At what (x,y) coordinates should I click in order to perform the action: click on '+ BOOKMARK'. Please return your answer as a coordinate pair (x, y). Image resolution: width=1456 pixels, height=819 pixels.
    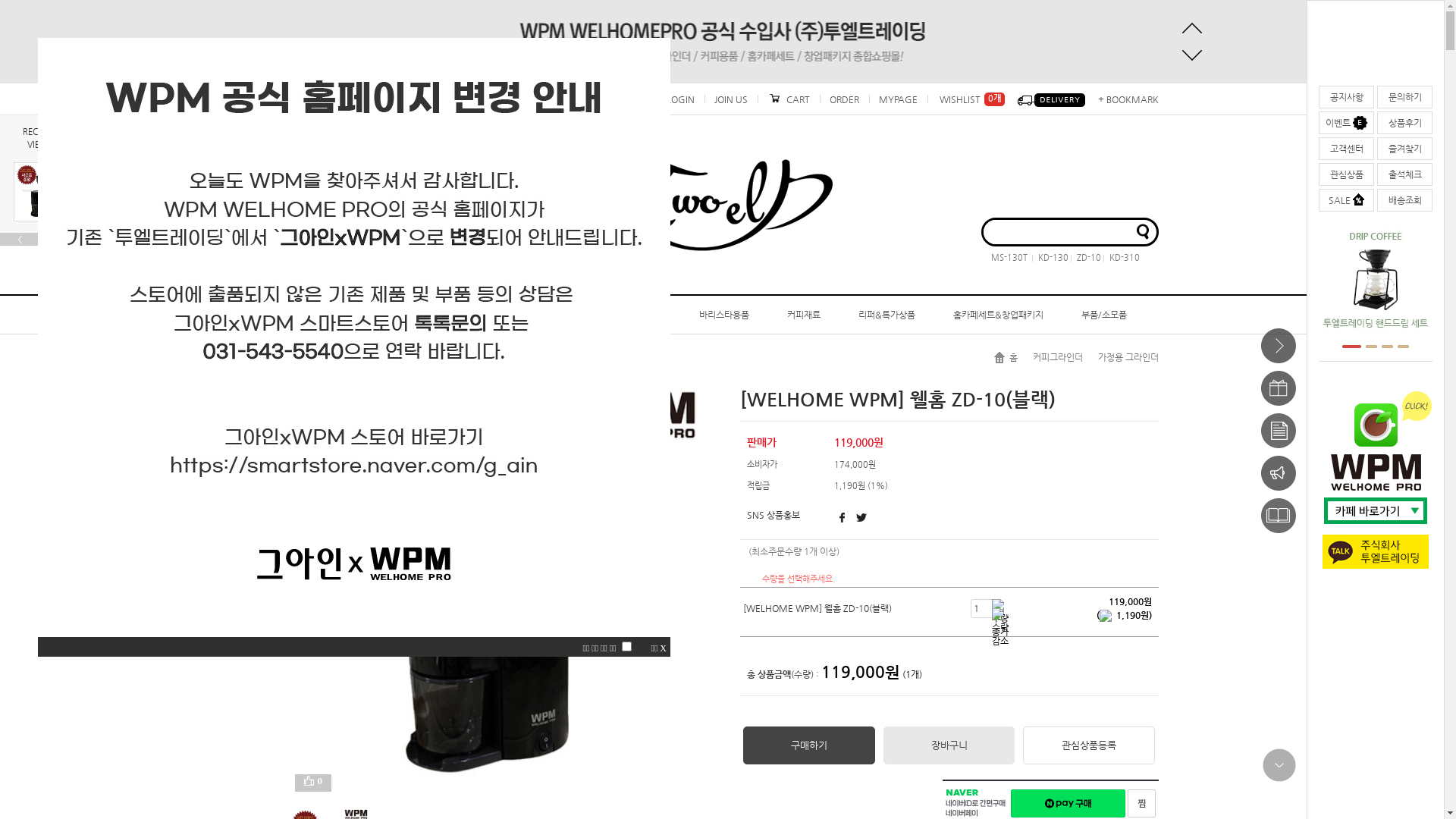
    Looking at the image, I should click on (1125, 99).